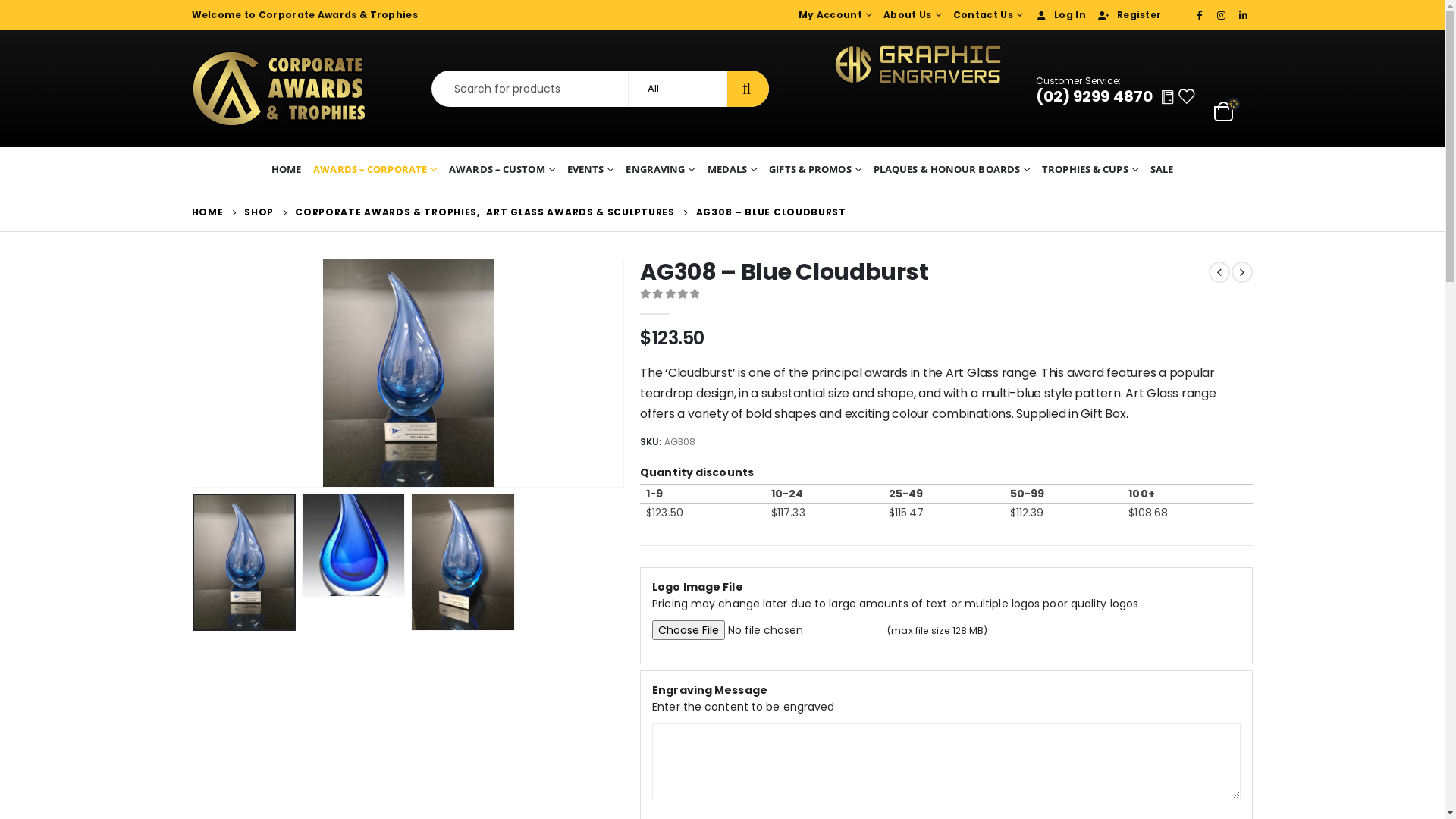  What do you see at coordinates (833, 14) in the screenshot?
I see `'My Account'` at bounding box center [833, 14].